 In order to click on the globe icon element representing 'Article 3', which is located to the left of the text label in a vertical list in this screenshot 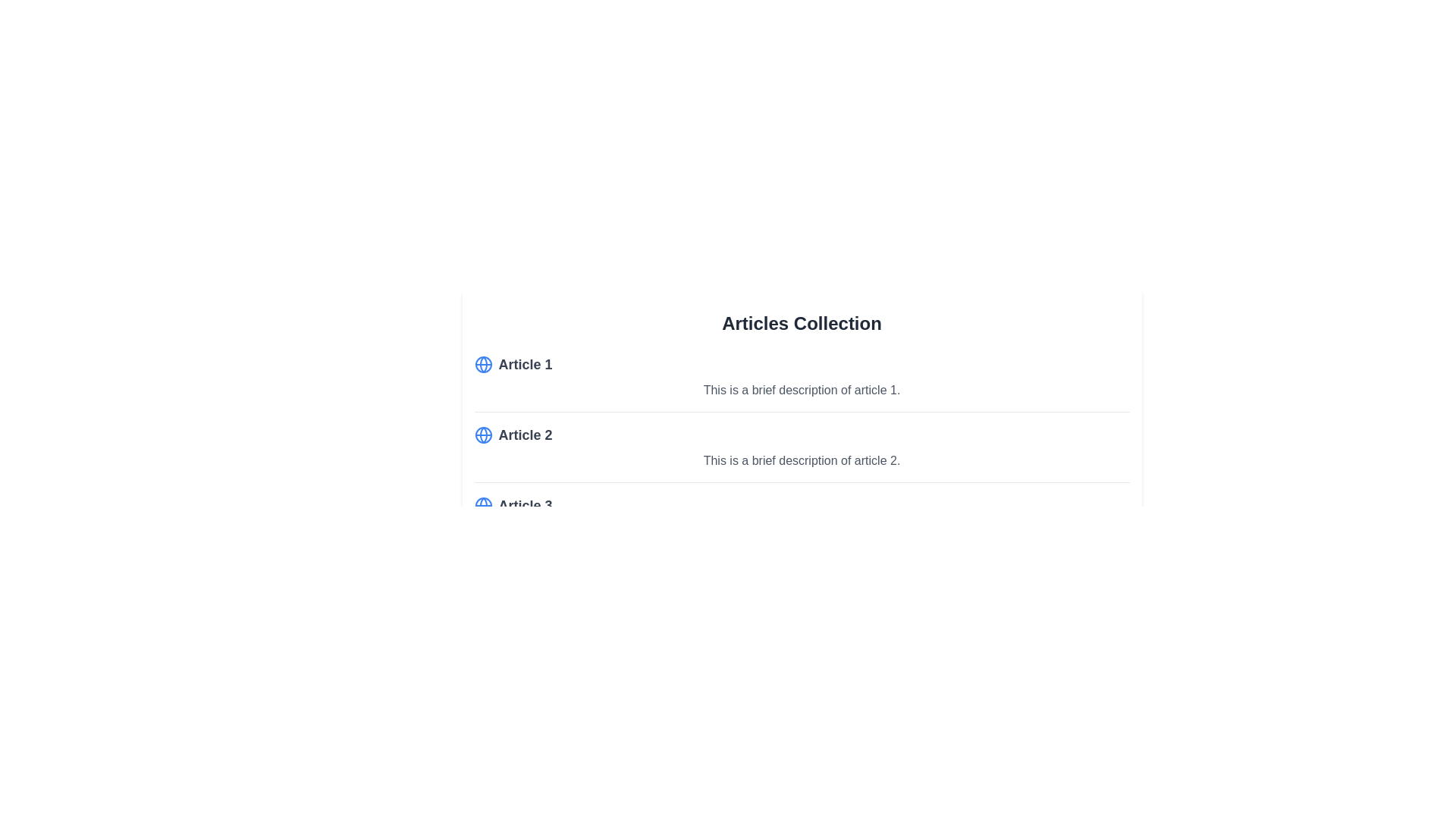, I will do `click(482, 506)`.